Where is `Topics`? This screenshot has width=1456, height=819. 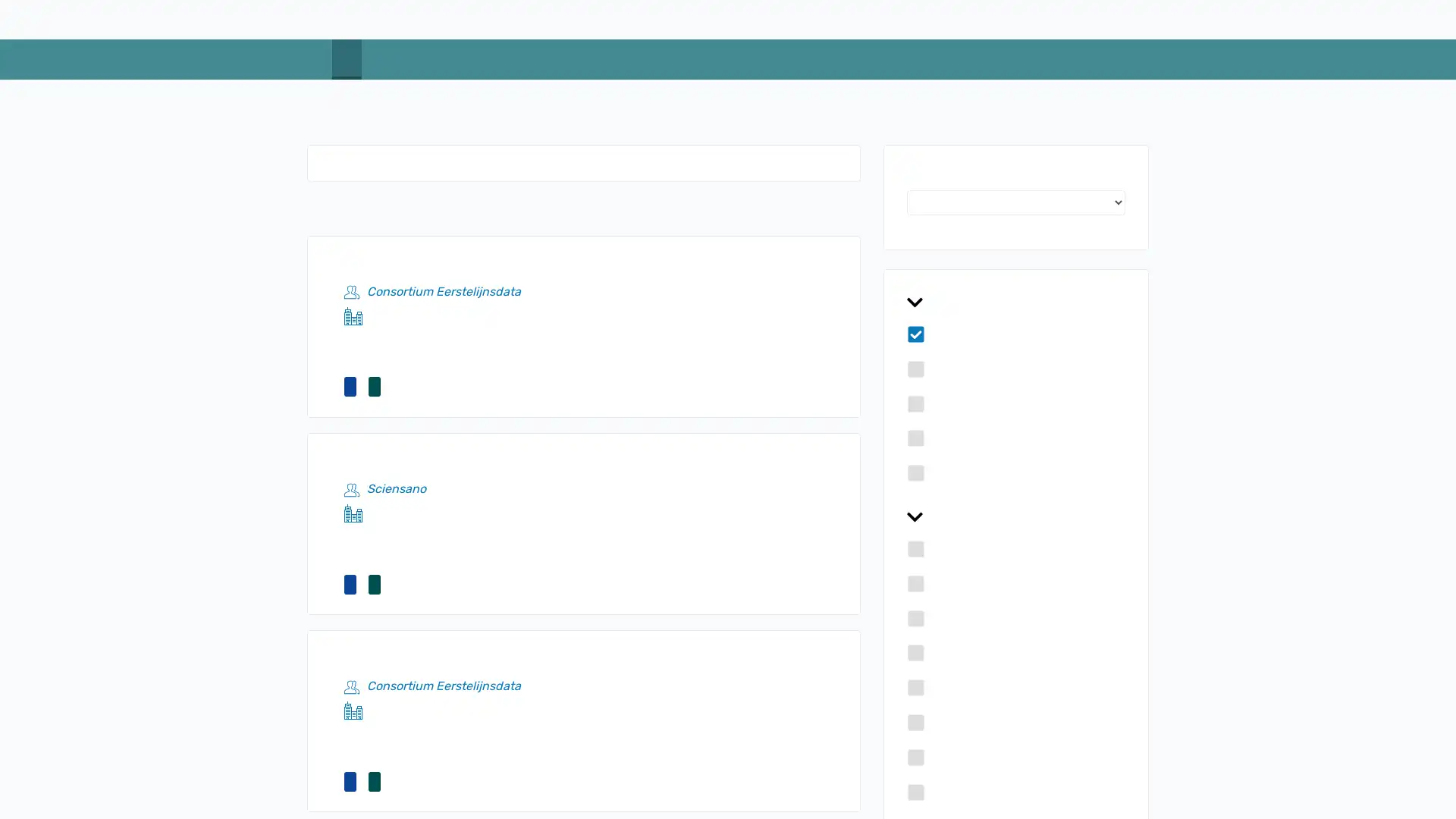 Topics is located at coordinates (1015, 303).